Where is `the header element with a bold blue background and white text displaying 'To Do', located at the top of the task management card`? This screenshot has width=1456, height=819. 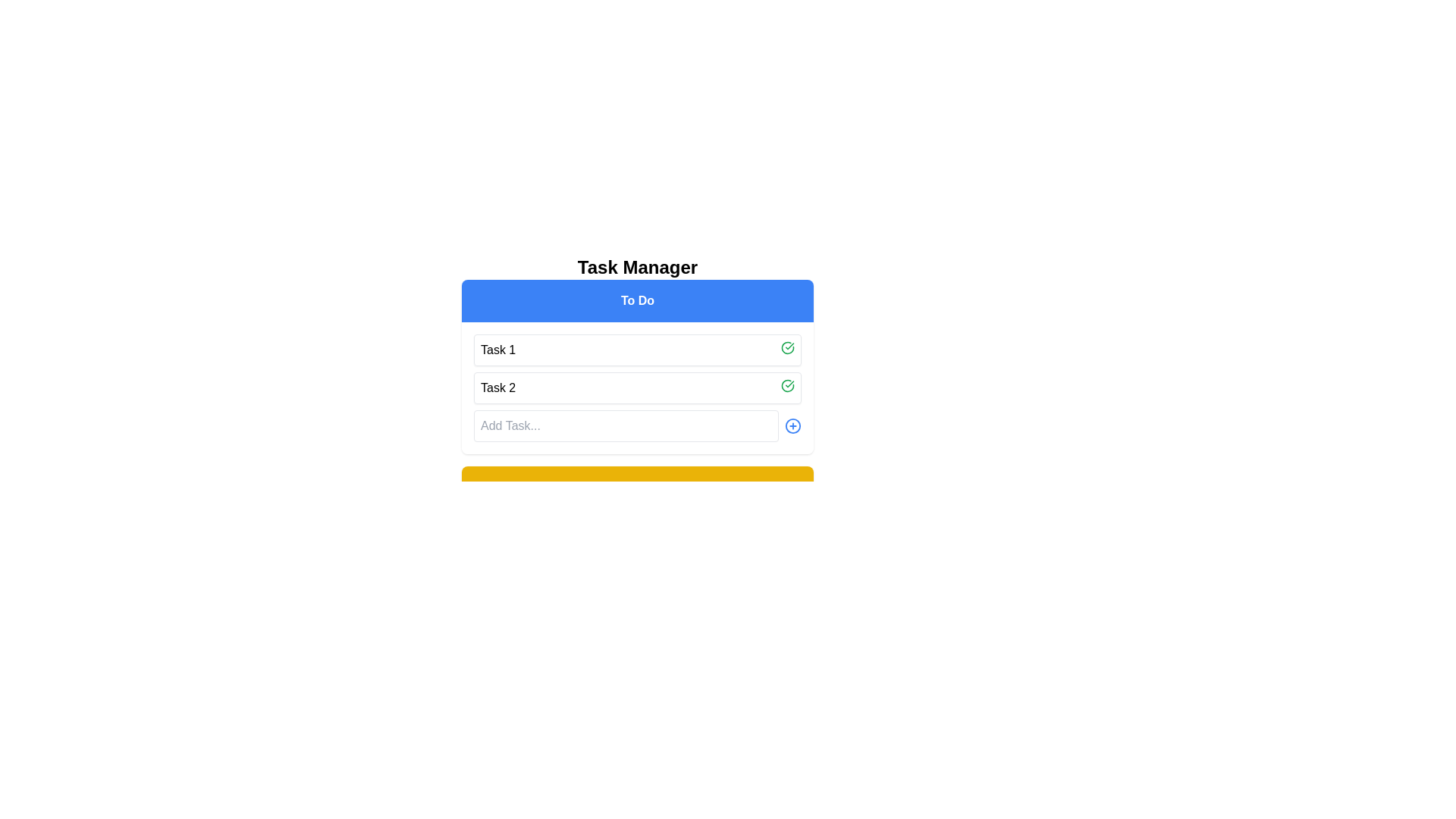 the header element with a bold blue background and white text displaying 'To Do', located at the top of the task management card is located at coordinates (637, 301).